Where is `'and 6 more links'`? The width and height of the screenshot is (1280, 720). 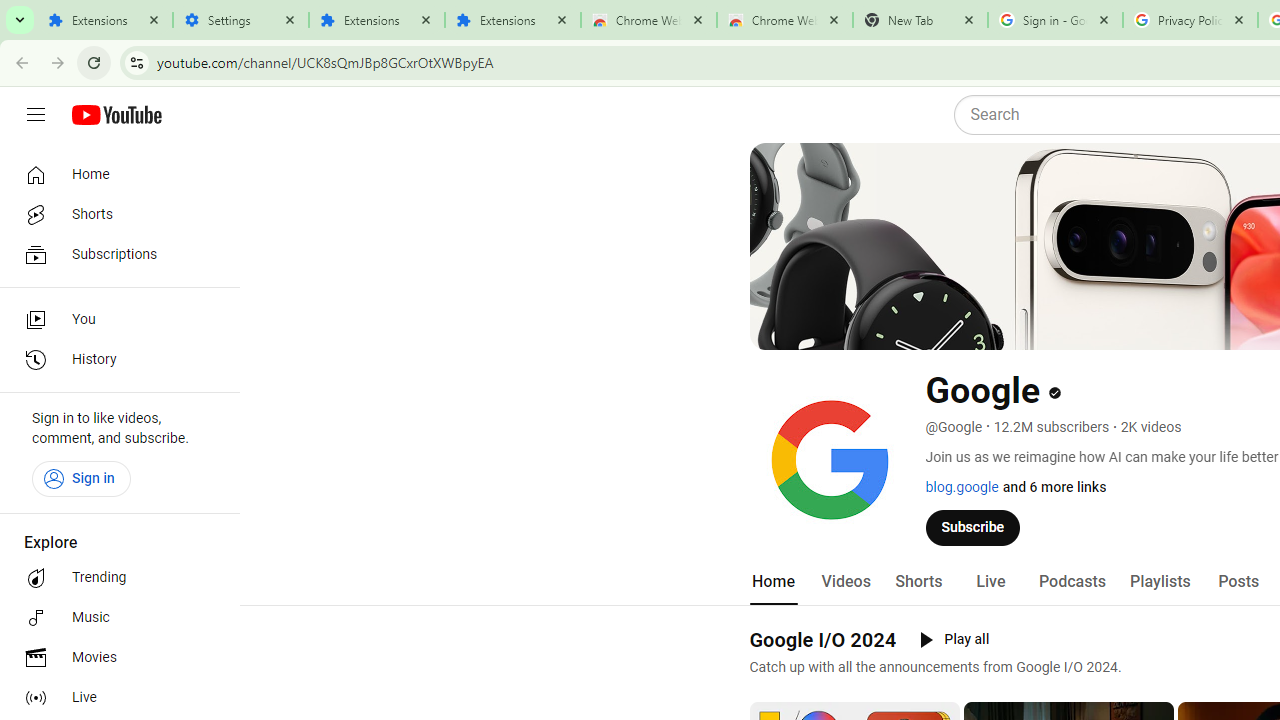
'and 6 more links' is located at coordinates (1053, 487).